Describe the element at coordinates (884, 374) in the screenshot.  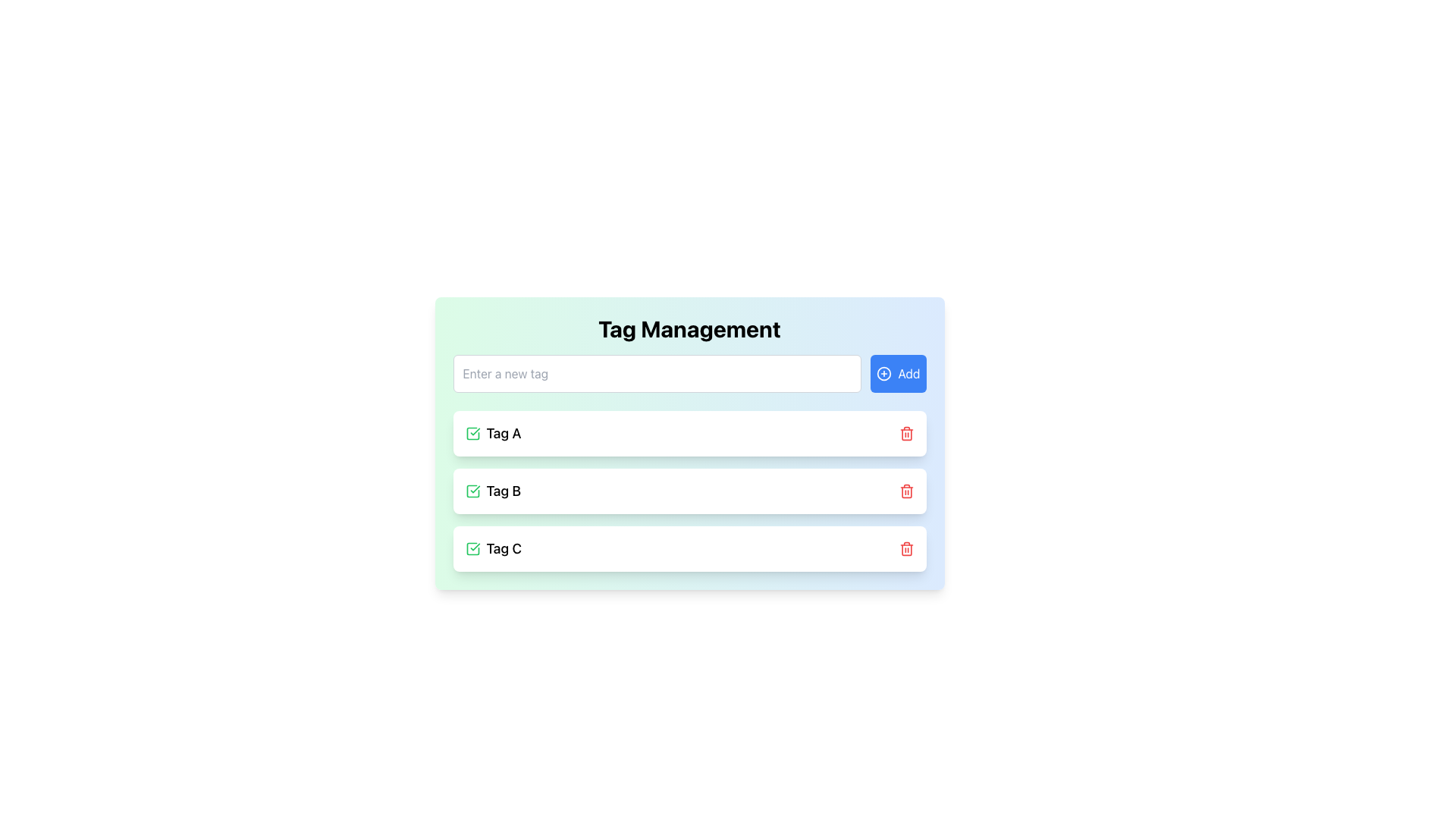
I see `the circular indicator/icon with a blue outline and dashed interior pattern located within the 'Add' button section adjacent to the tag input field in the tag management interface` at that location.